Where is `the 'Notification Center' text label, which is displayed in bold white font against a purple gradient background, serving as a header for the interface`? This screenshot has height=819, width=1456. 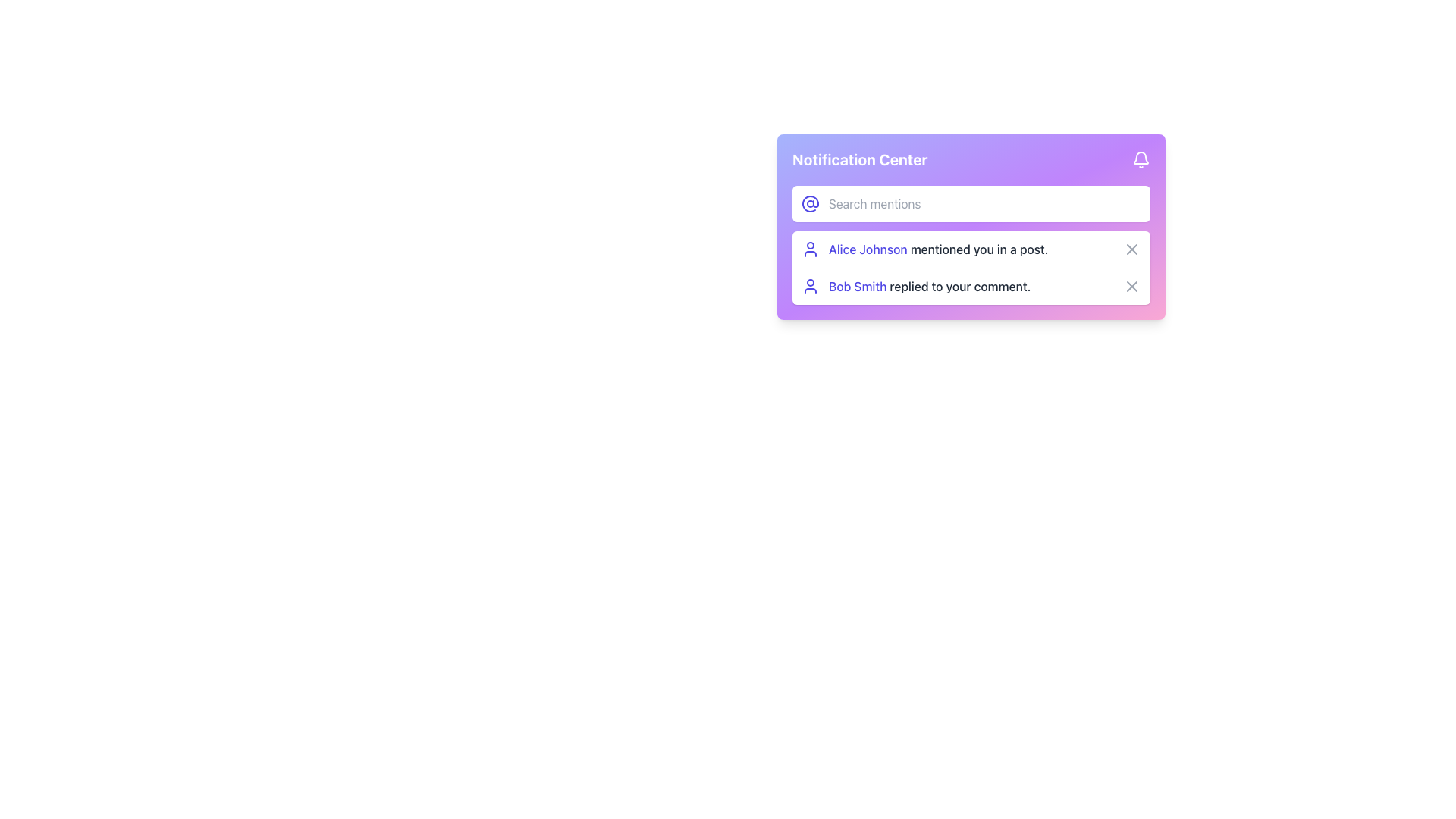
the 'Notification Center' text label, which is displayed in bold white font against a purple gradient background, serving as a header for the interface is located at coordinates (859, 160).